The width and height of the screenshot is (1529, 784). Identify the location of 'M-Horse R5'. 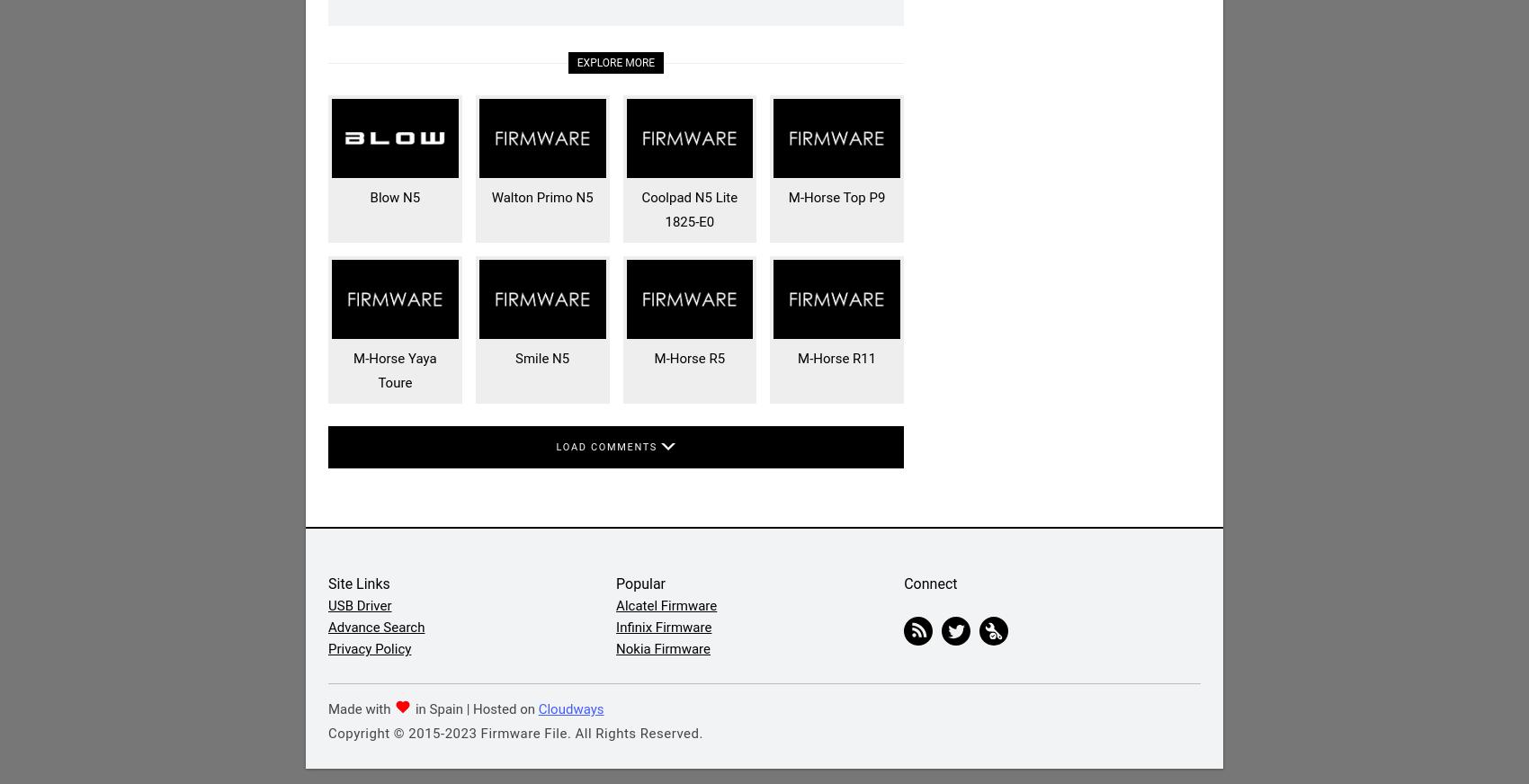
(688, 359).